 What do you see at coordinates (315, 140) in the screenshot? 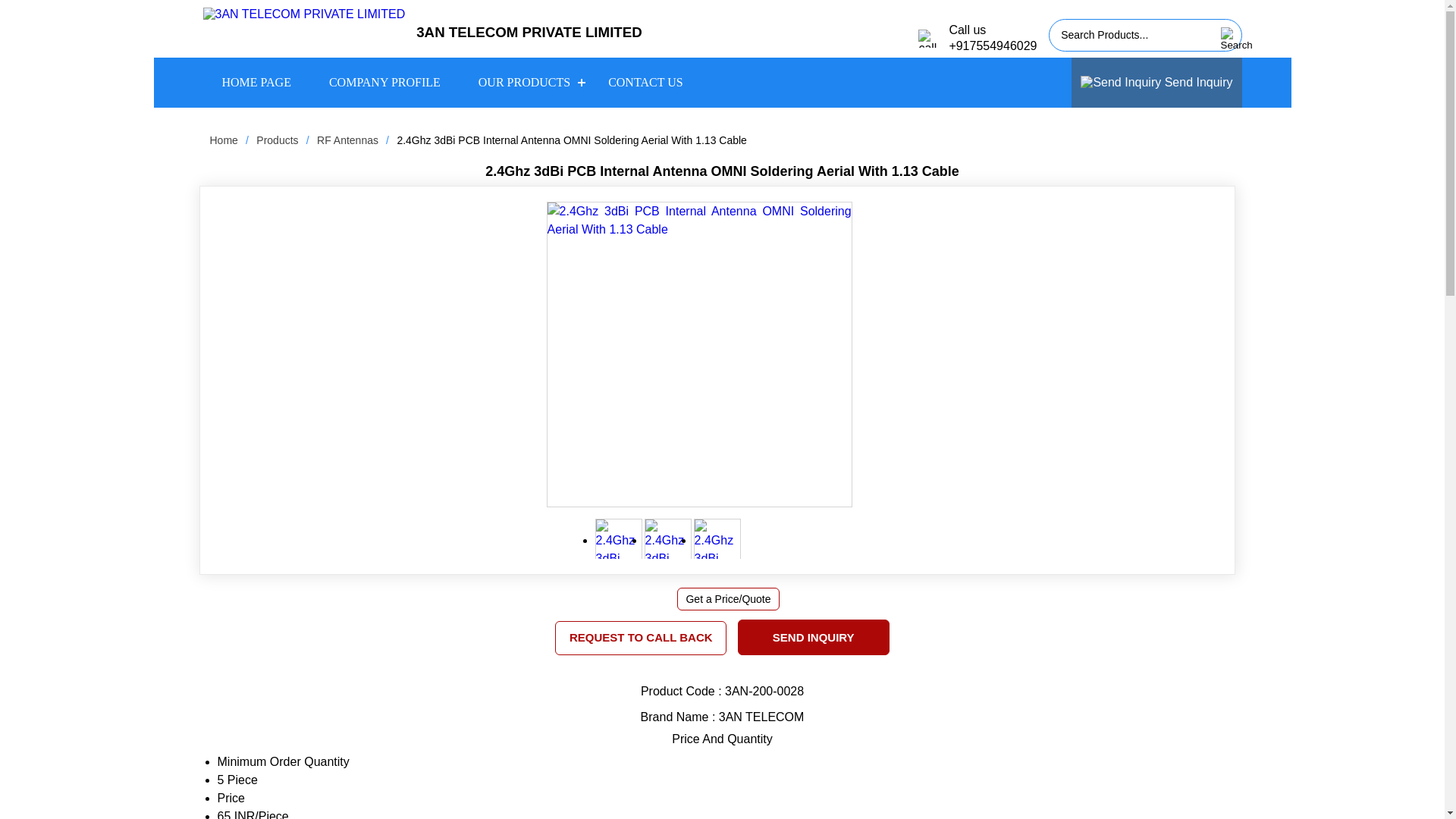
I see `'RF Antennas'` at bounding box center [315, 140].